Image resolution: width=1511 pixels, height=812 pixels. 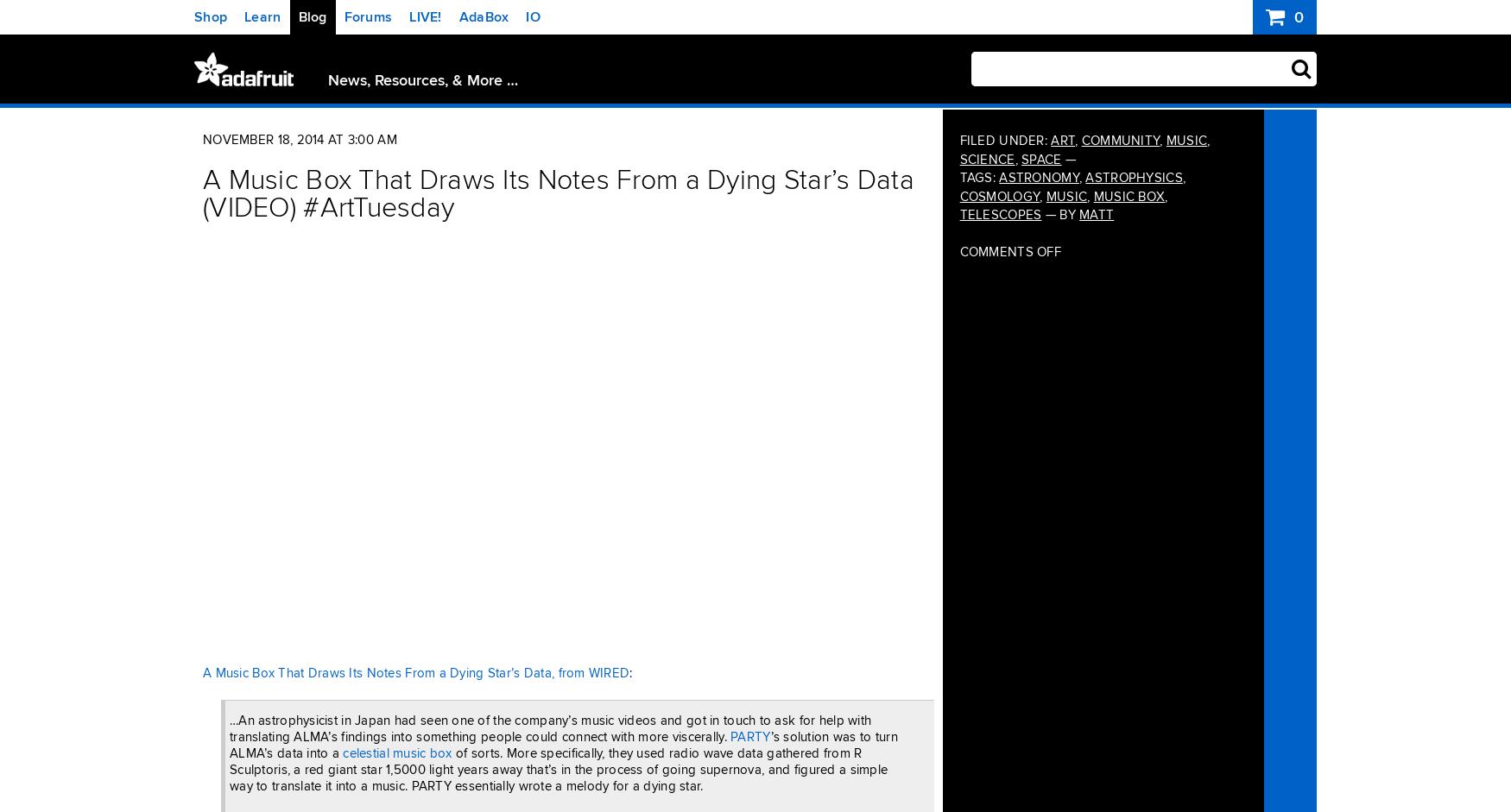 I want to click on 'Tags:', so click(x=978, y=177).